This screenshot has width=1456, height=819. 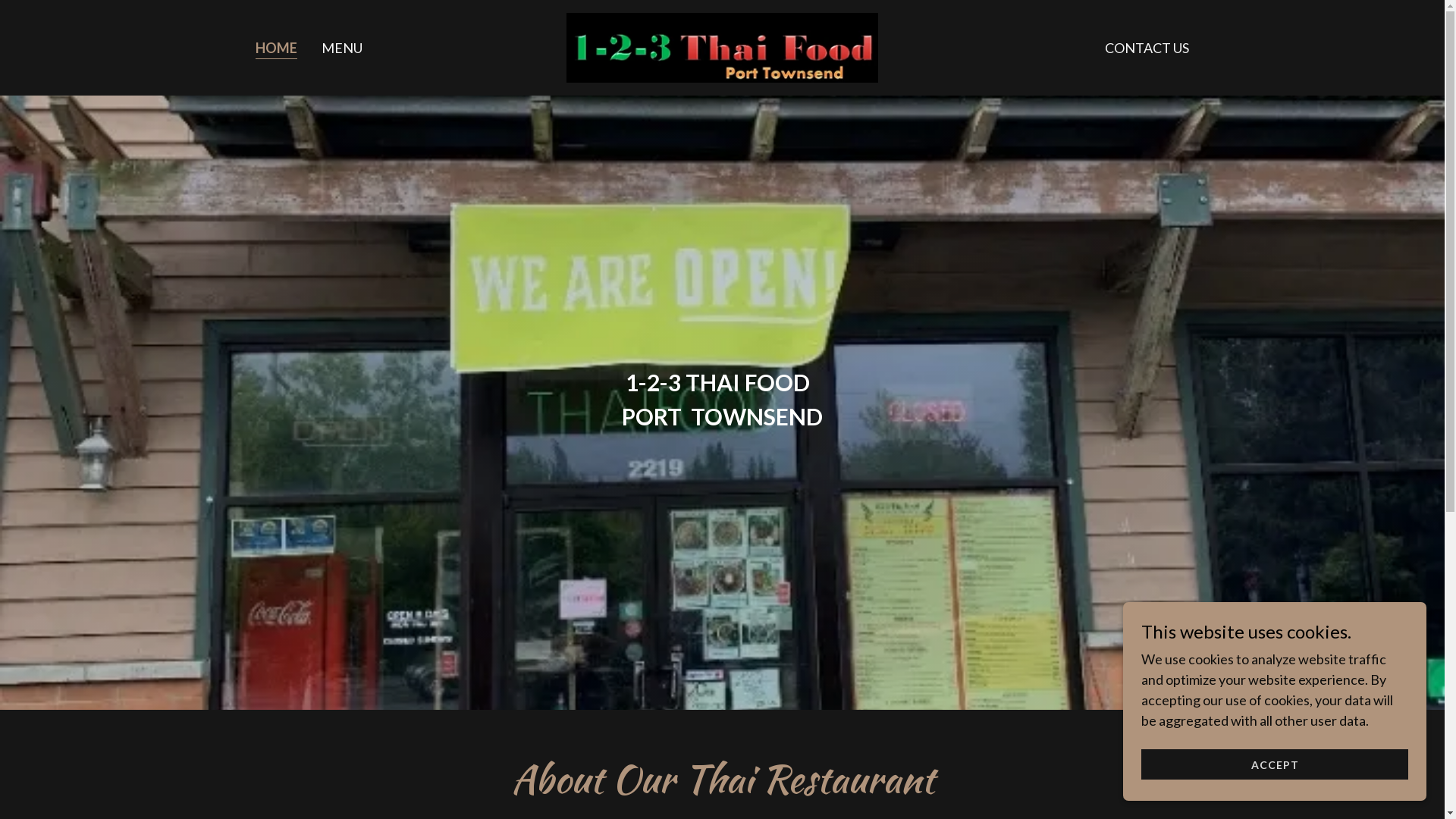 I want to click on '1-2-3 ThaiFood   Port Townsend', so click(x=721, y=45).